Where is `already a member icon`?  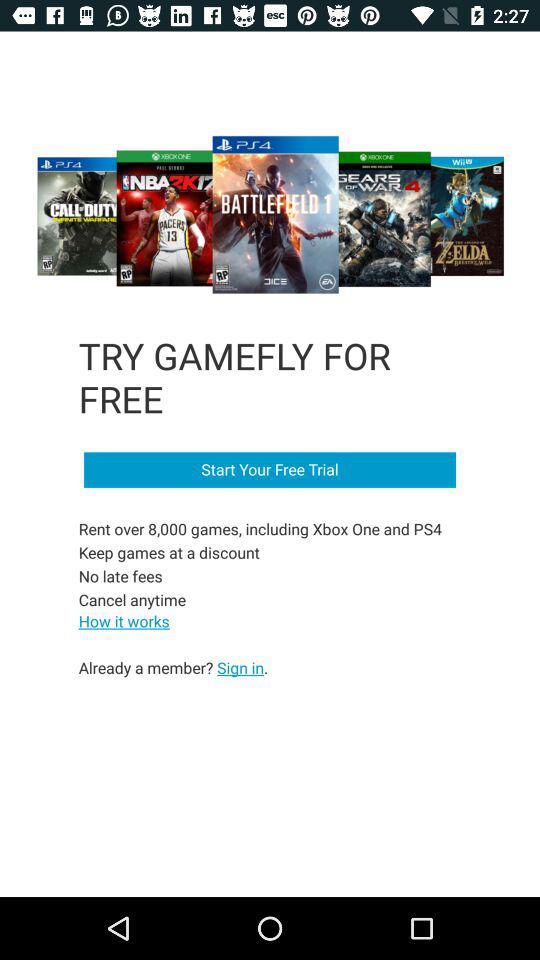 already a member icon is located at coordinates (173, 667).